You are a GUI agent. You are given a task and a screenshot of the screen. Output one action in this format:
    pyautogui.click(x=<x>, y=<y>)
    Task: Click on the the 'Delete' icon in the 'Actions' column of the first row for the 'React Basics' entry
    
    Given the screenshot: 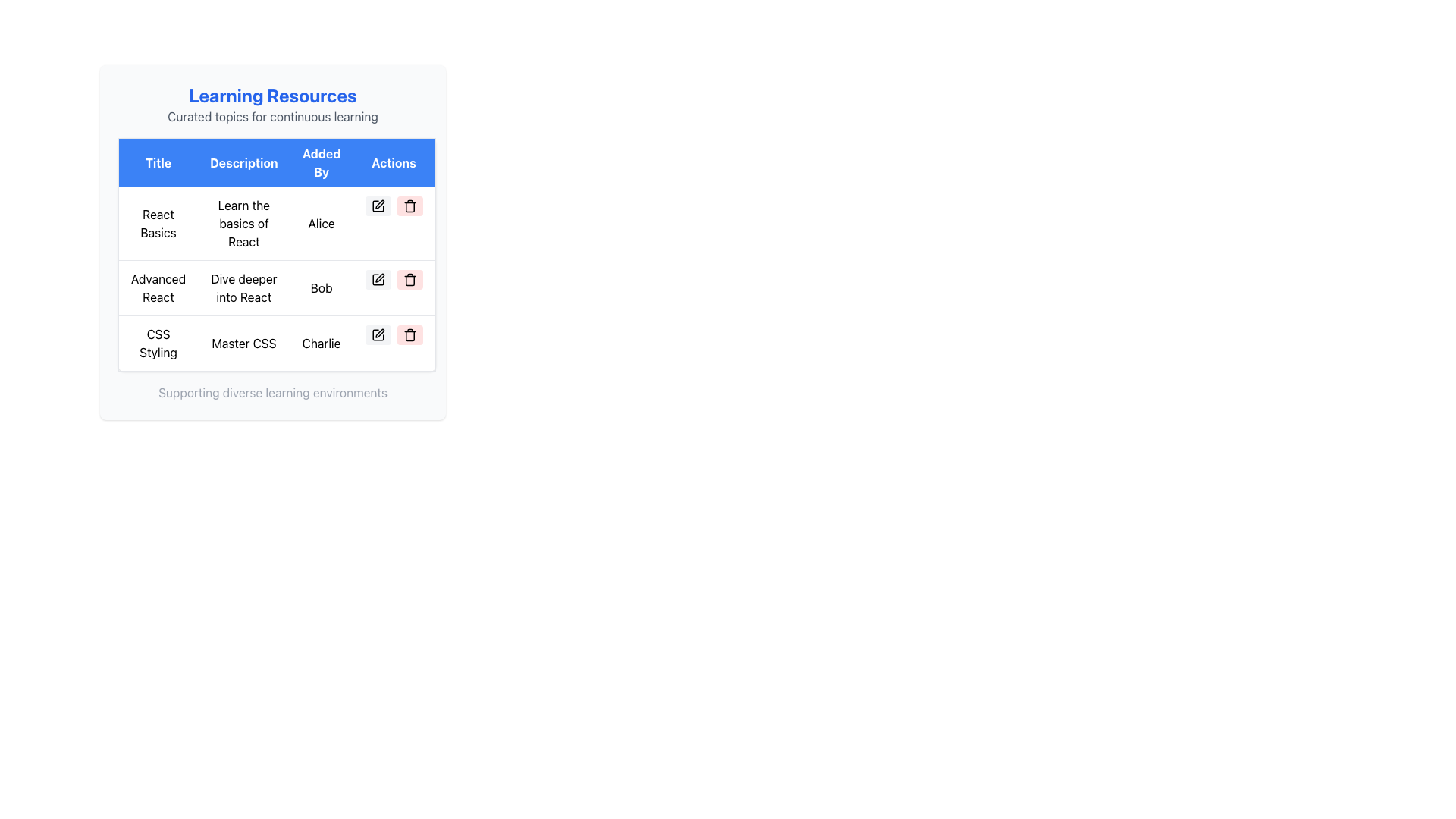 What is the action you would take?
    pyautogui.click(x=409, y=206)
    